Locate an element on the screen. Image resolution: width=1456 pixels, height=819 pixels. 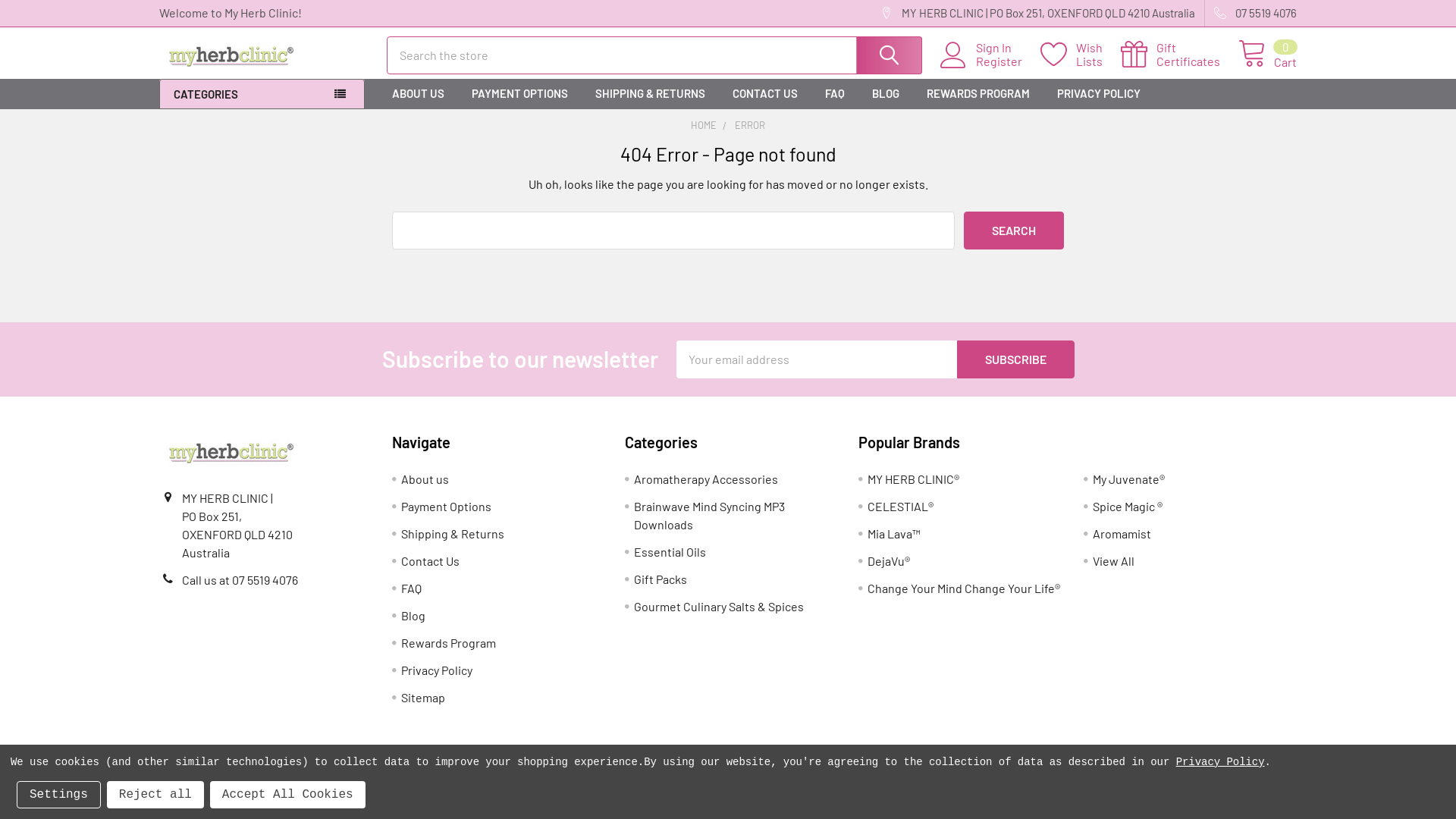
'REWARDS PROGRAM' is located at coordinates (978, 93).